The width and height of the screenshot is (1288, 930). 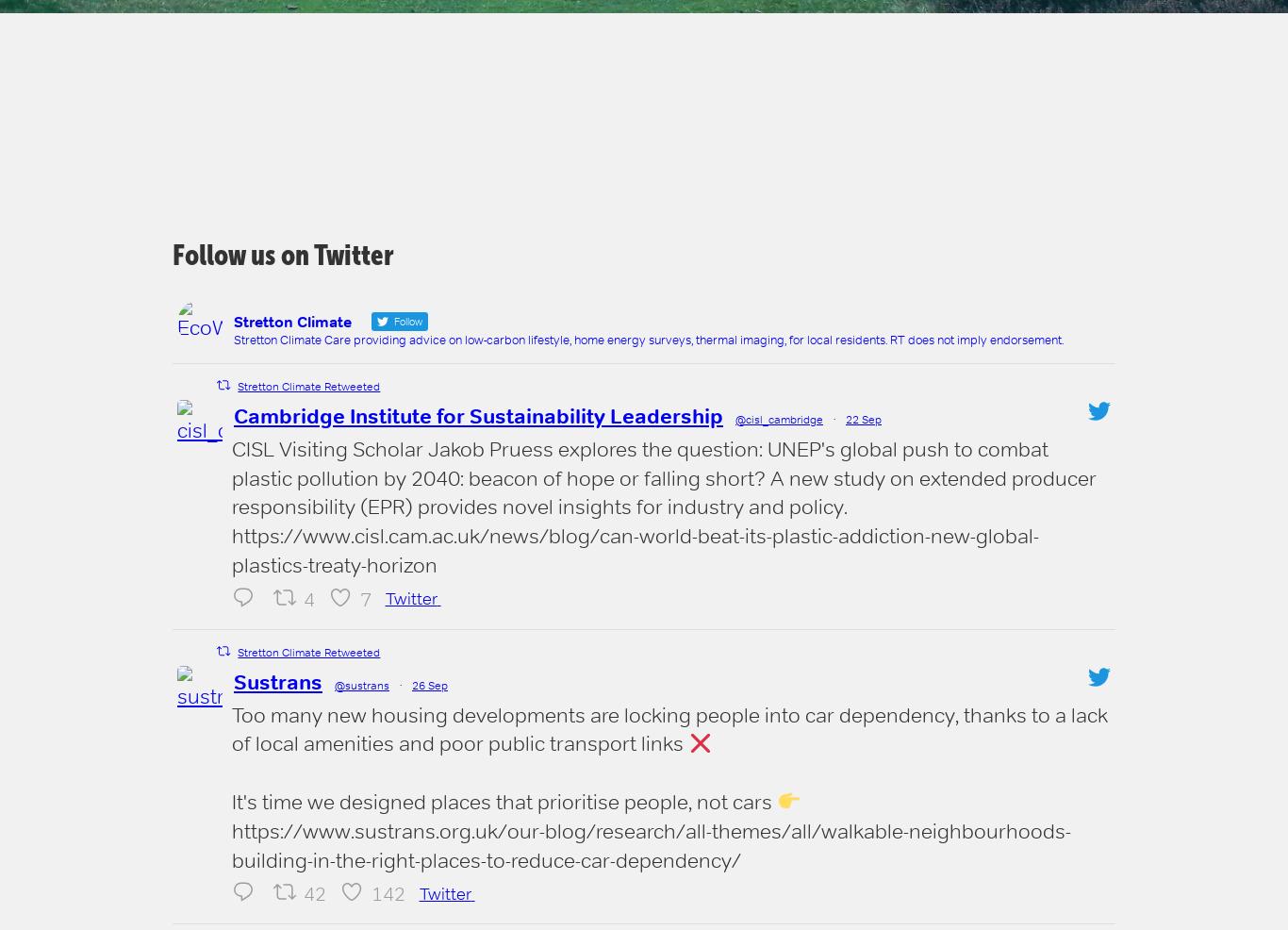 What do you see at coordinates (410, 683) in the screenshot?
I see `'26 Sep'` at bounding box center [410, 683].